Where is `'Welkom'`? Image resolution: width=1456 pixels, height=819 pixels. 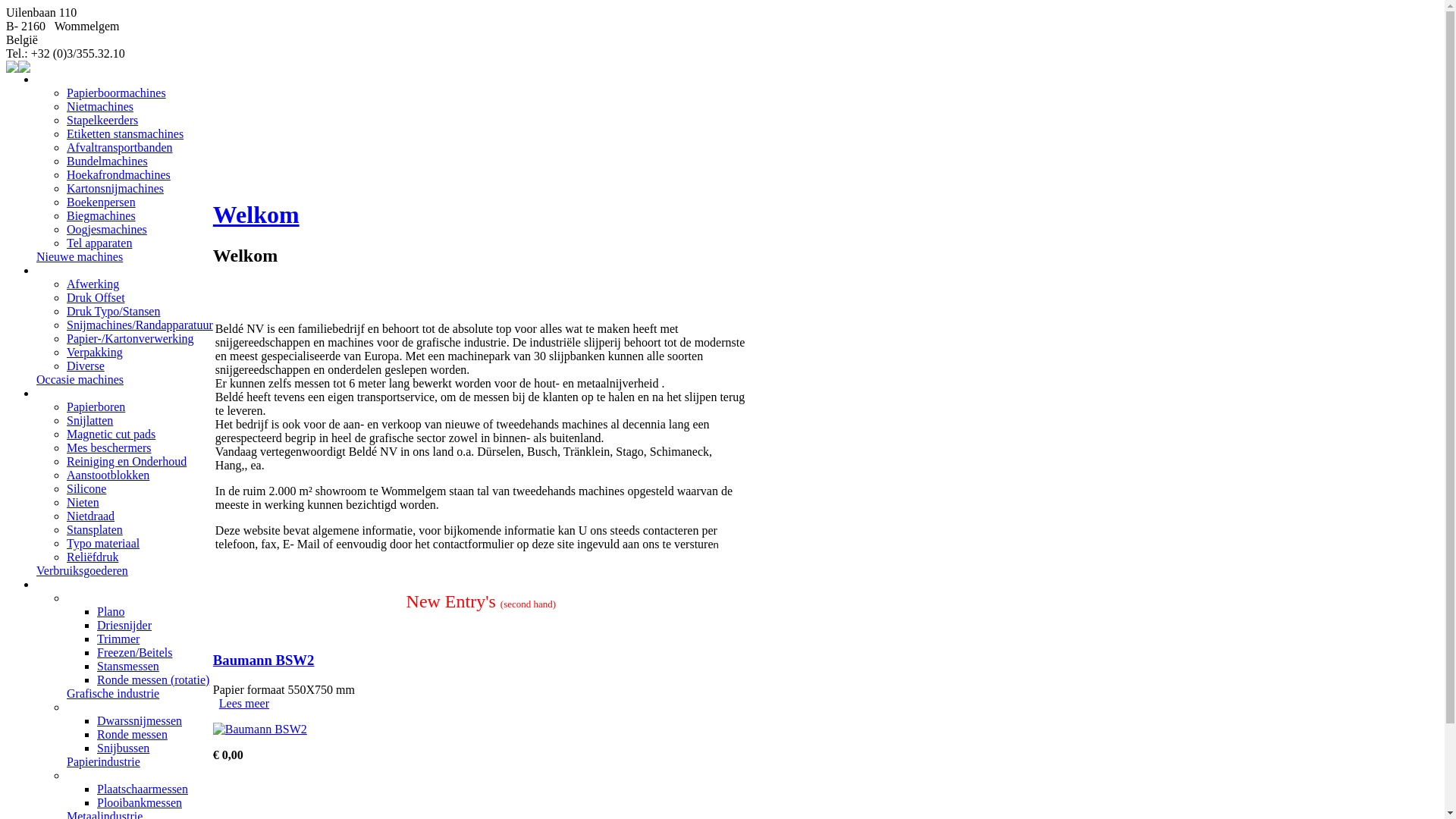
'Welkom' is located at coordinates (256, 214).